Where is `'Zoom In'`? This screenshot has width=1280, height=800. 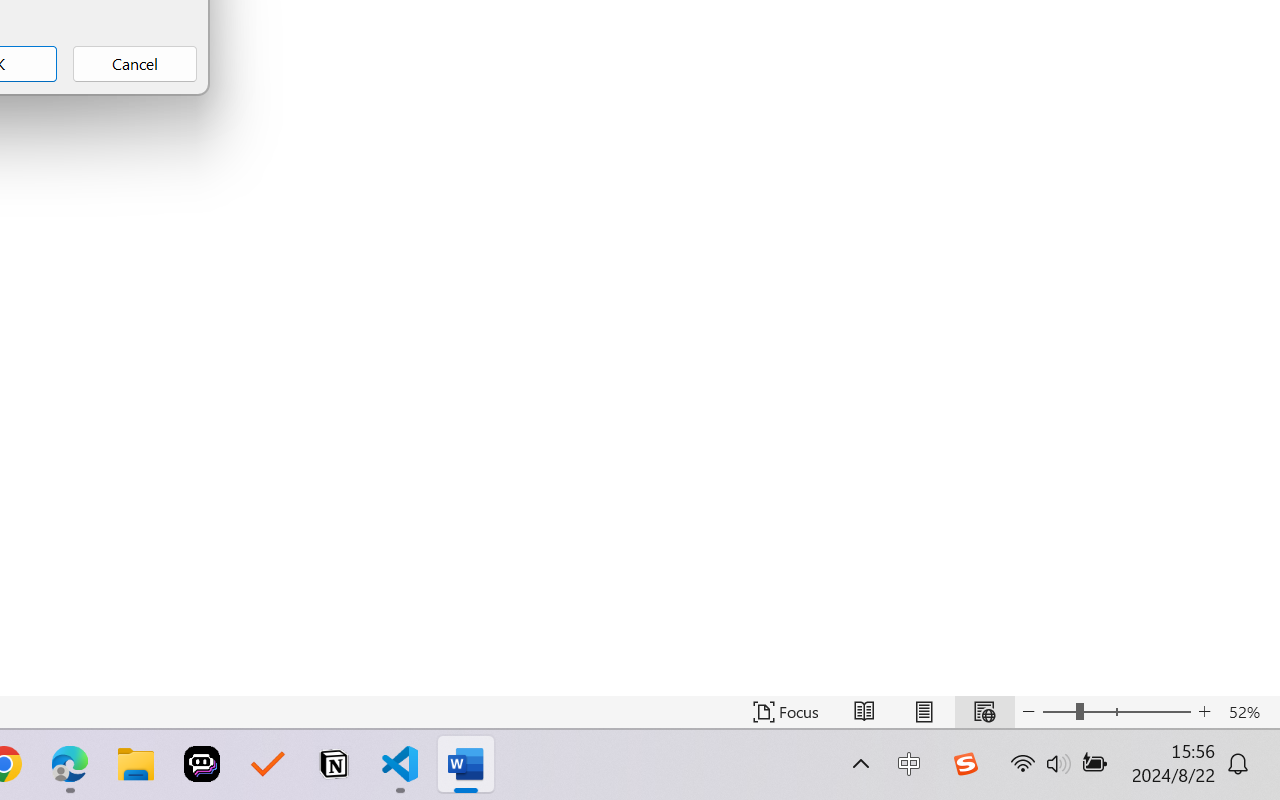
'Zoom In' is located at coordinates (1204, 711).